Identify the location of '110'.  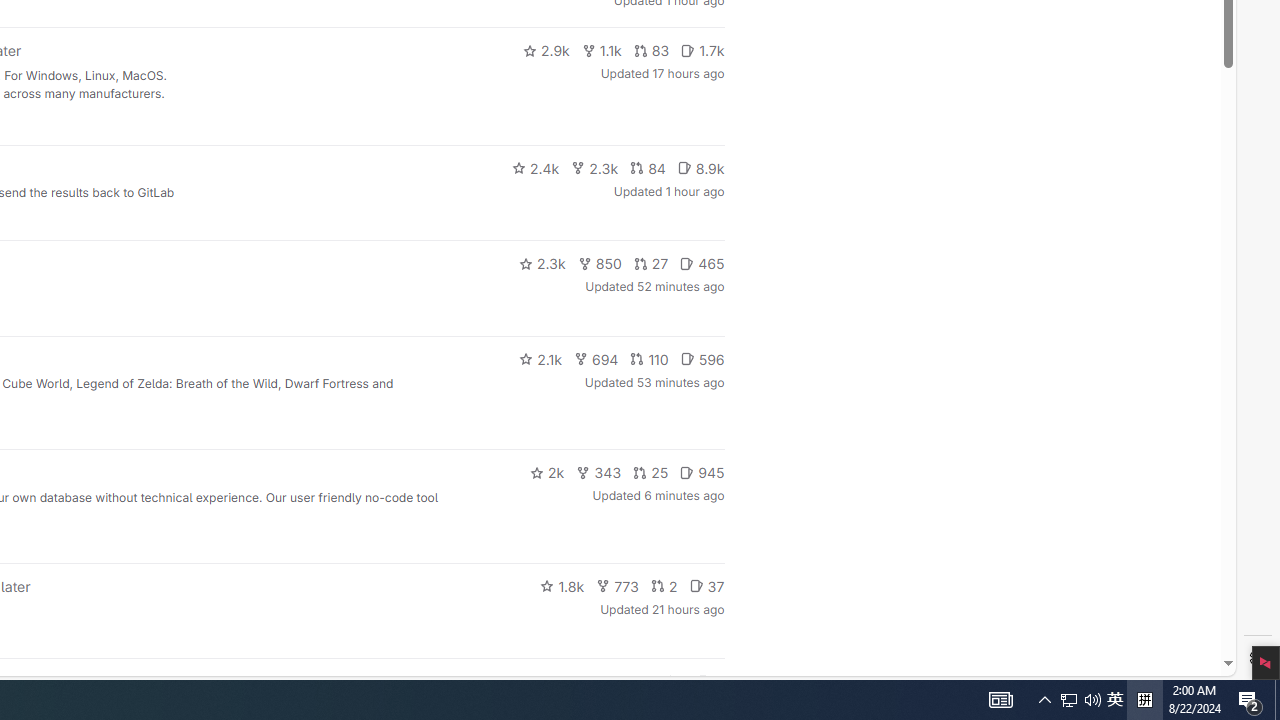
(649, 357).